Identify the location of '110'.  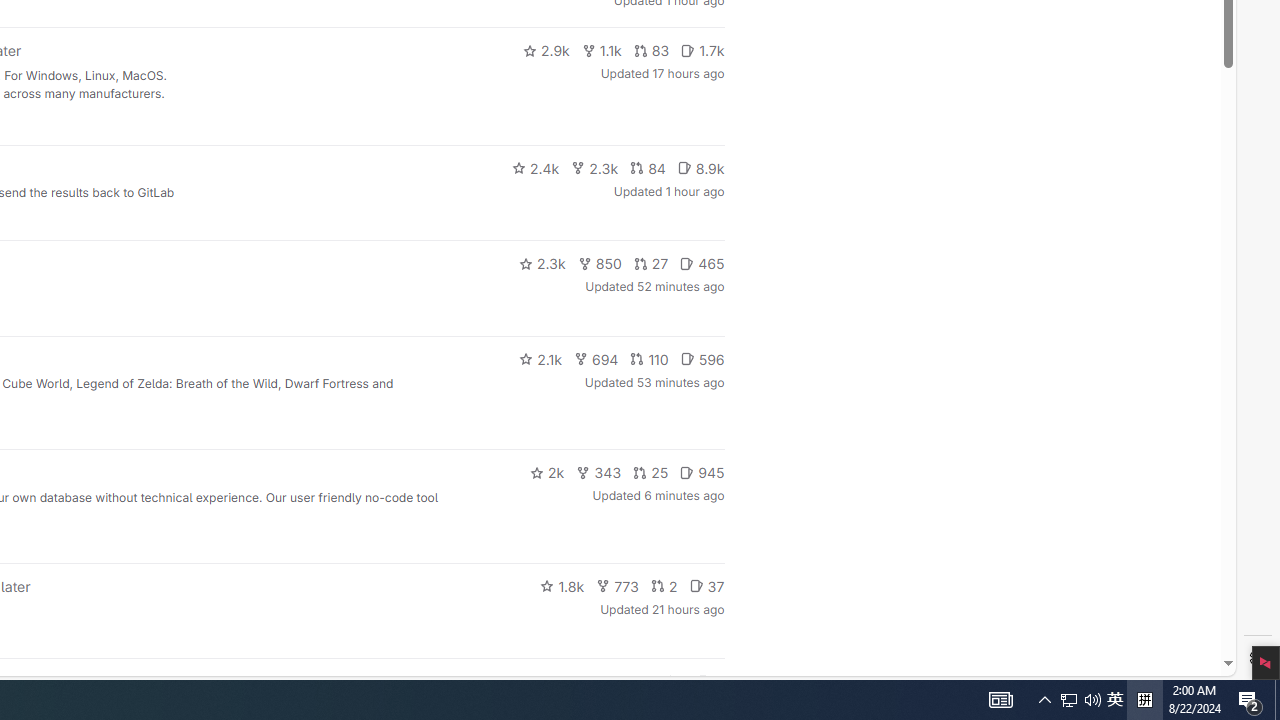
(649, 357).